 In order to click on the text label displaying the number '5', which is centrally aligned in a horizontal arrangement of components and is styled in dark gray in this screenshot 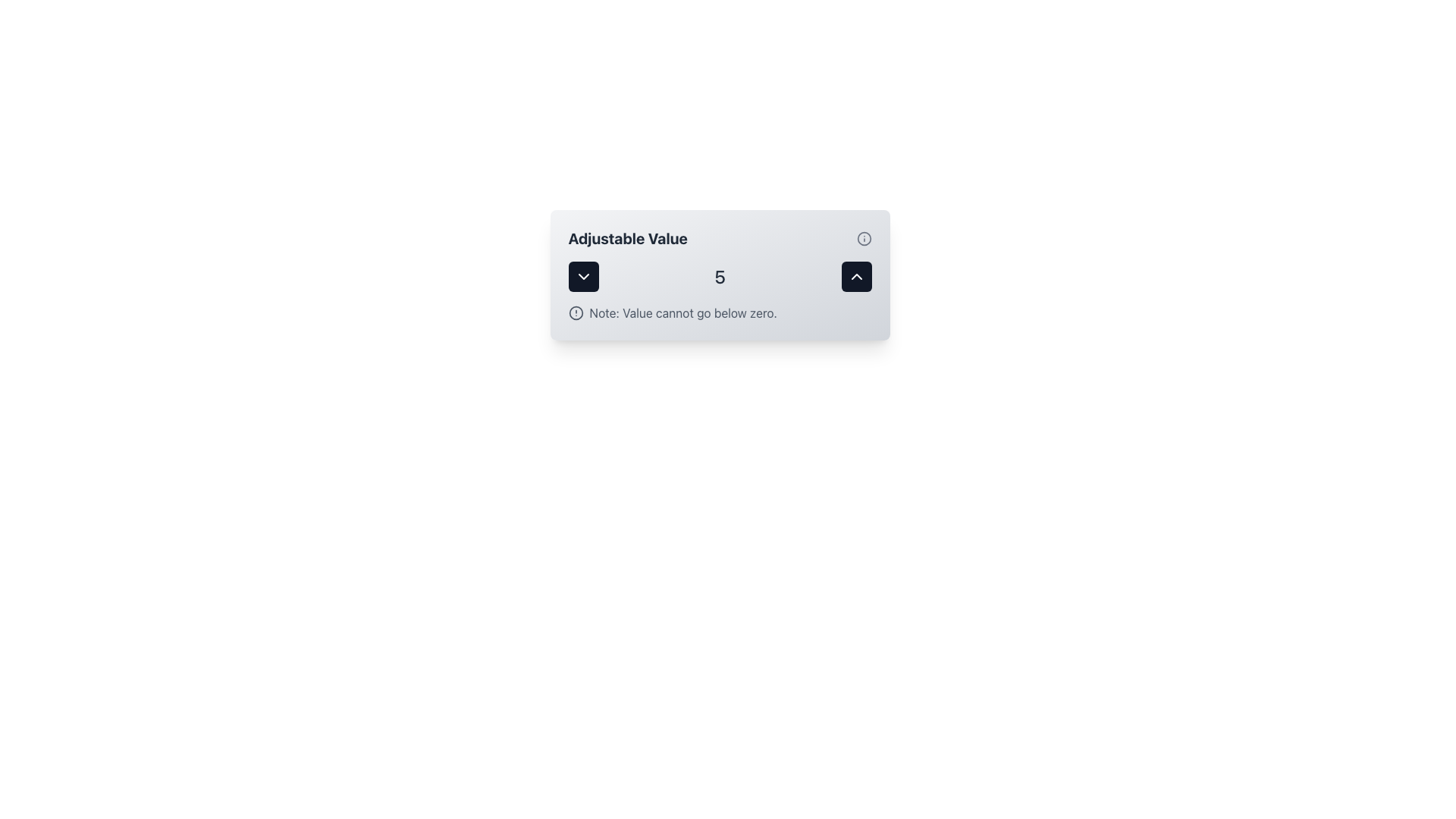, I will do `click(719, 277)`.